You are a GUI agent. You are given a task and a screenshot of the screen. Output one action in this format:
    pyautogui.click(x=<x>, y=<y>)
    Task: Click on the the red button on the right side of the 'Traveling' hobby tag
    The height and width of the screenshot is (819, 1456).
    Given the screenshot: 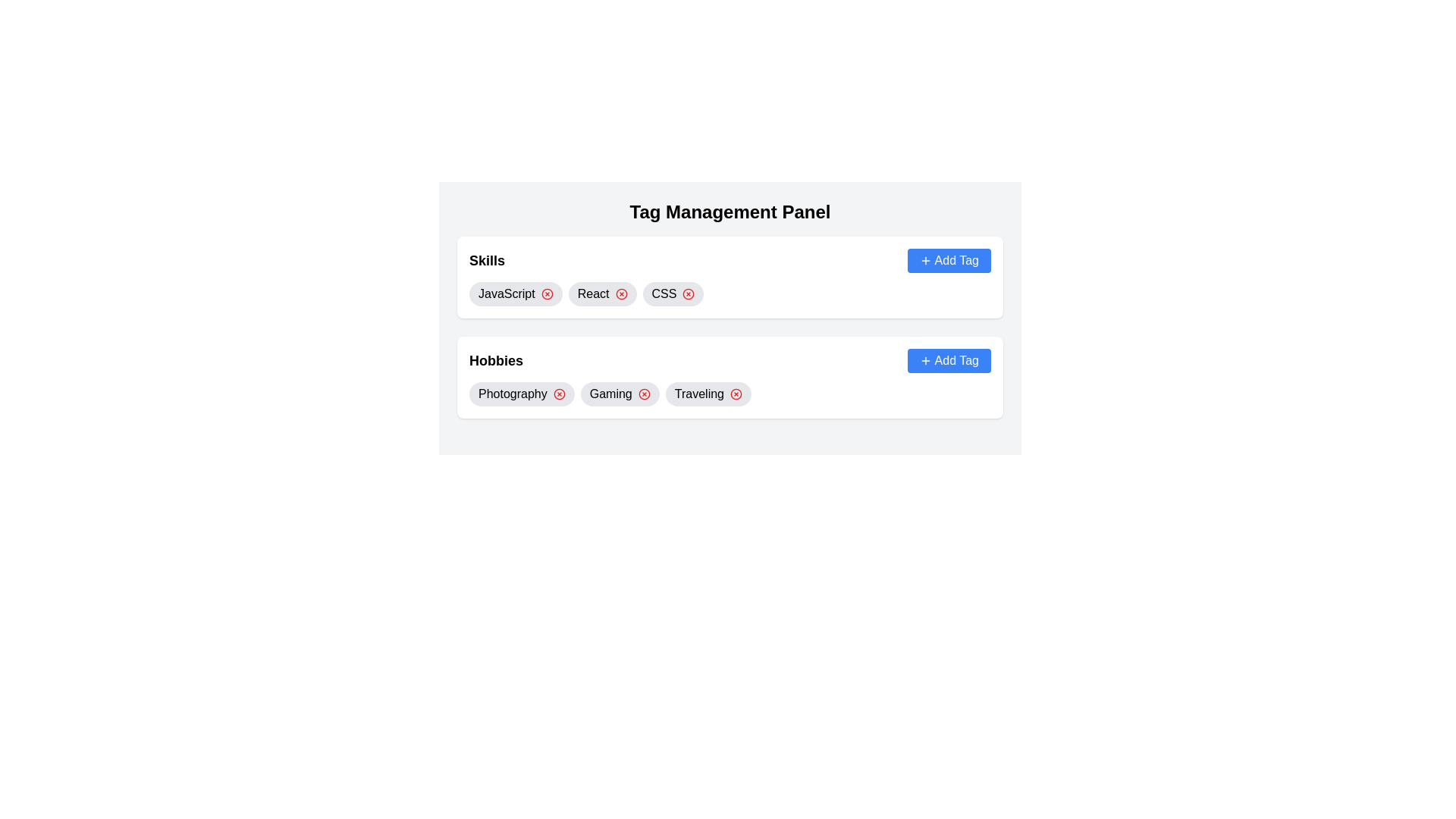 What is the action you would take?
    pyautogui.click(x=708, y=394)
    